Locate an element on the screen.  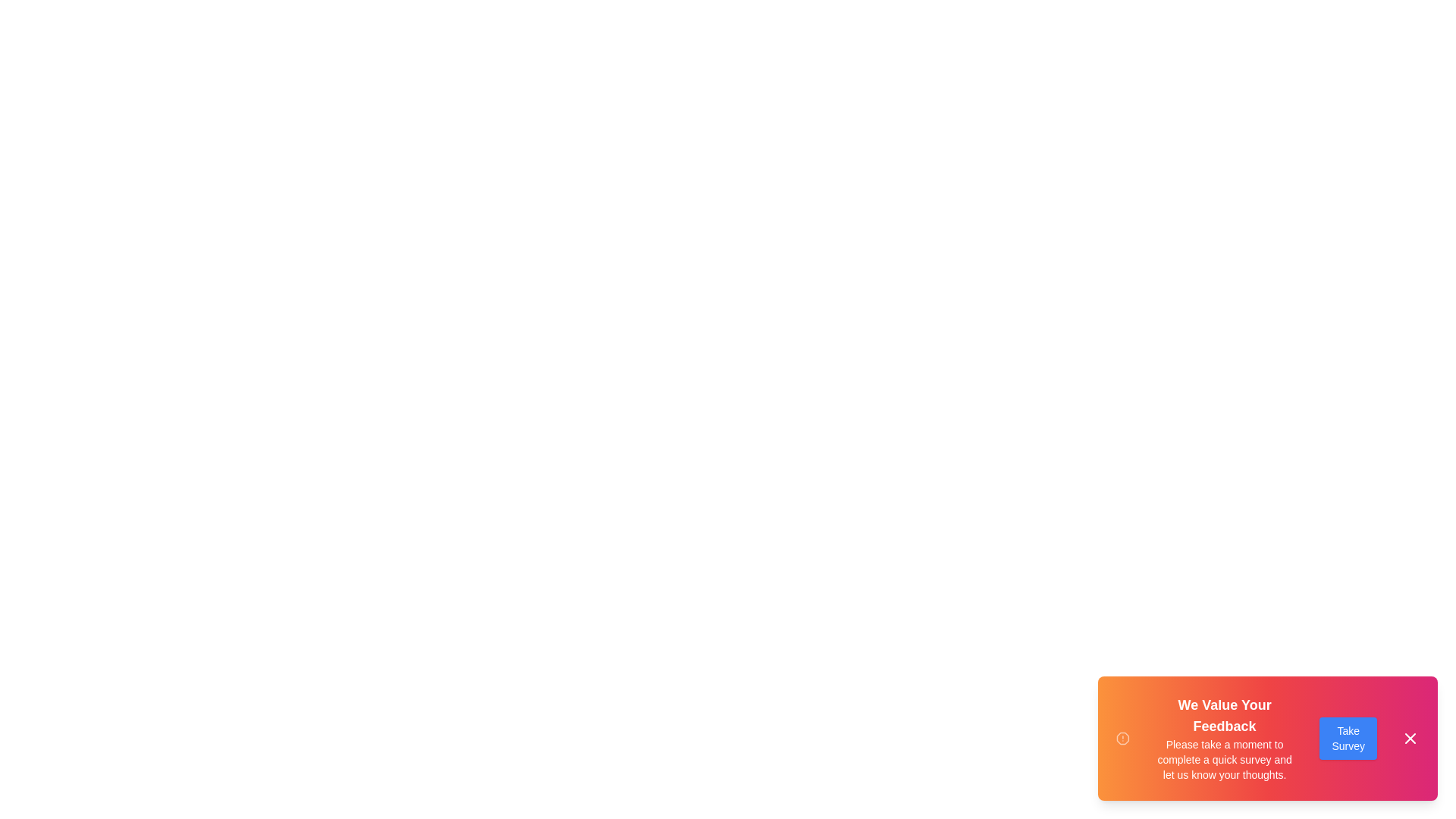
the 'Take Survey' button to redirect to the feedback form is located at coordinates (1348, 738).